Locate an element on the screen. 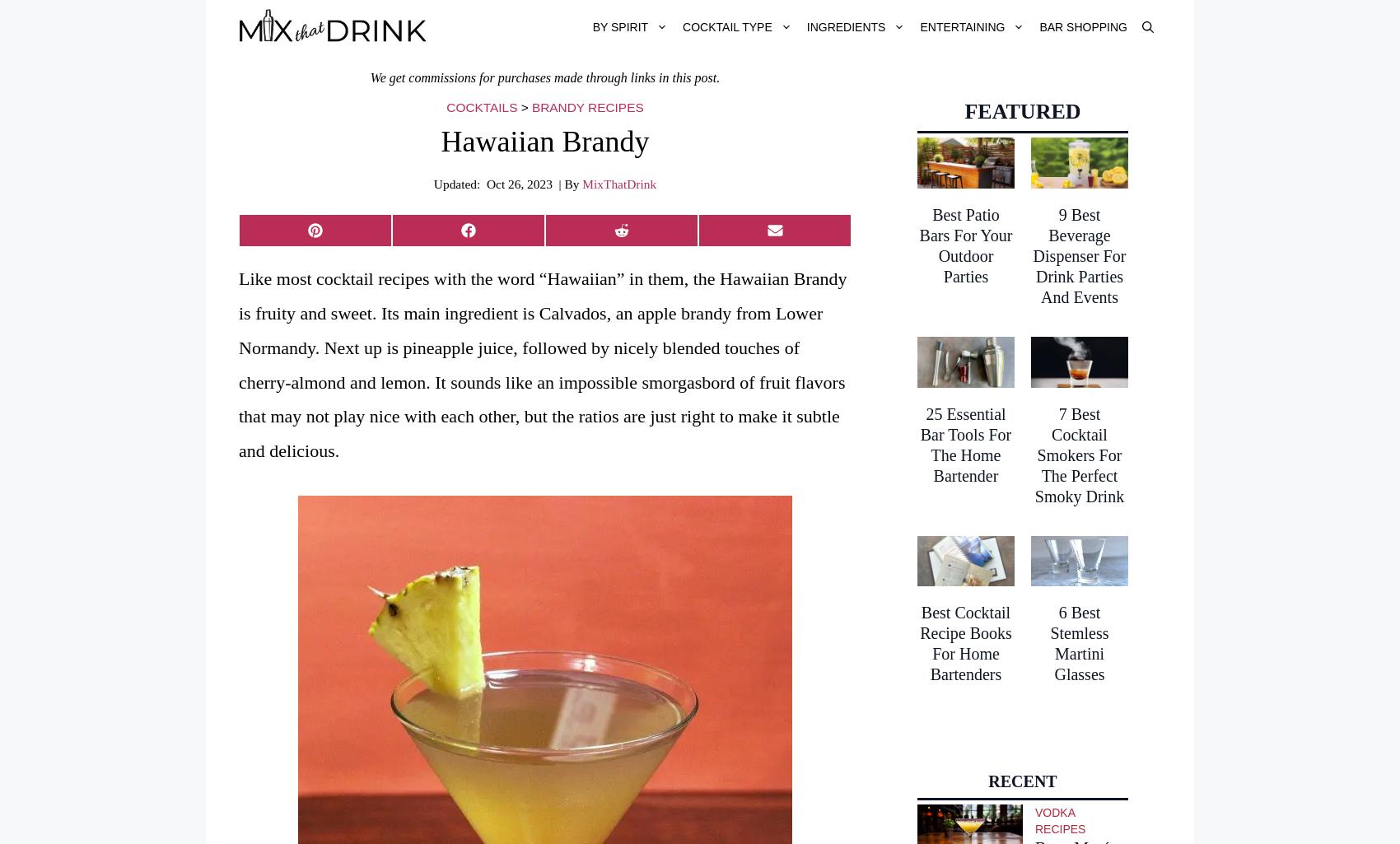  '| By' is located at coordinates (570, 184).